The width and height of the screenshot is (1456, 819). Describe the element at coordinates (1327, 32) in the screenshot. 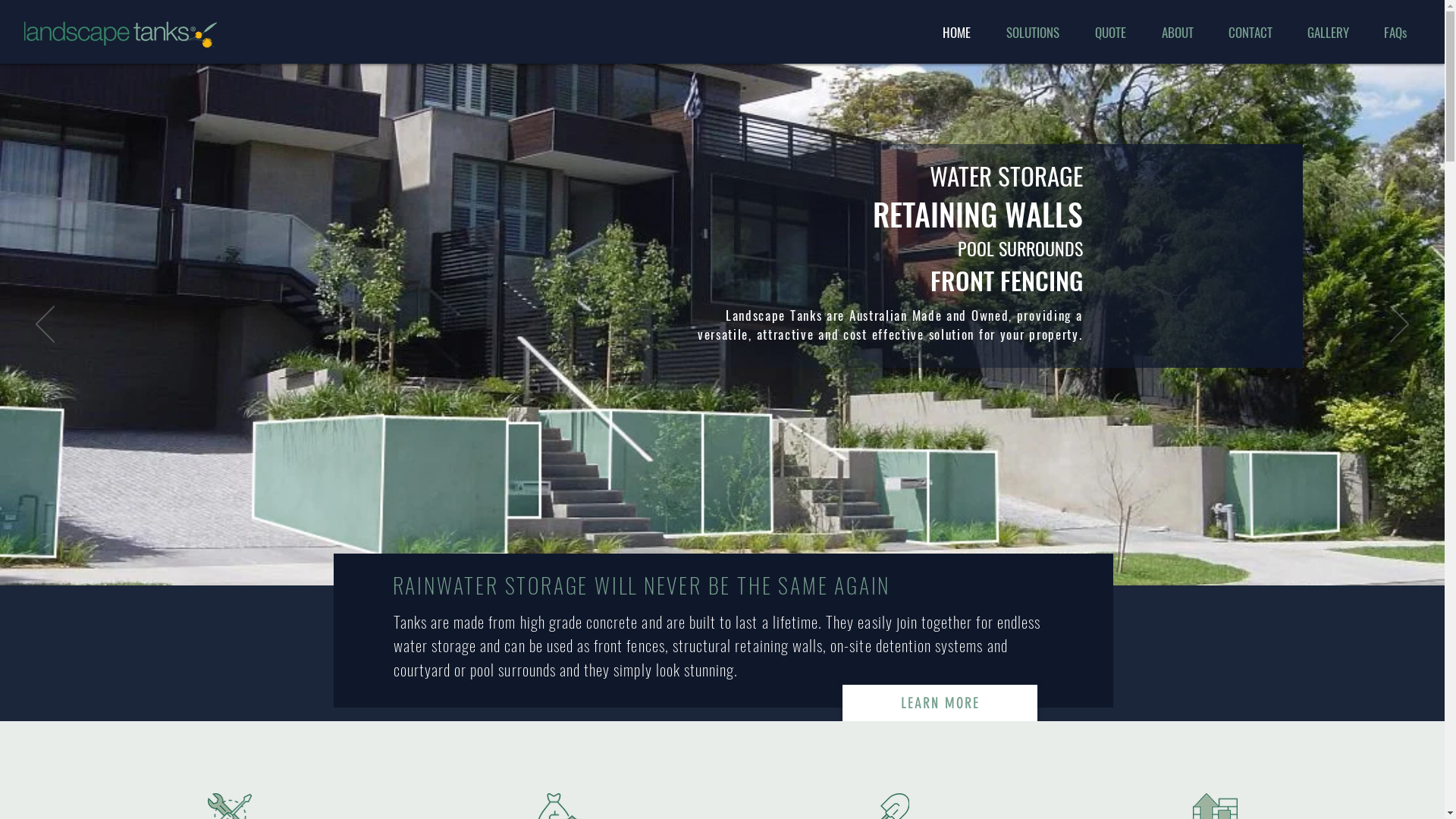

I see `'GALLERY'` at that location.